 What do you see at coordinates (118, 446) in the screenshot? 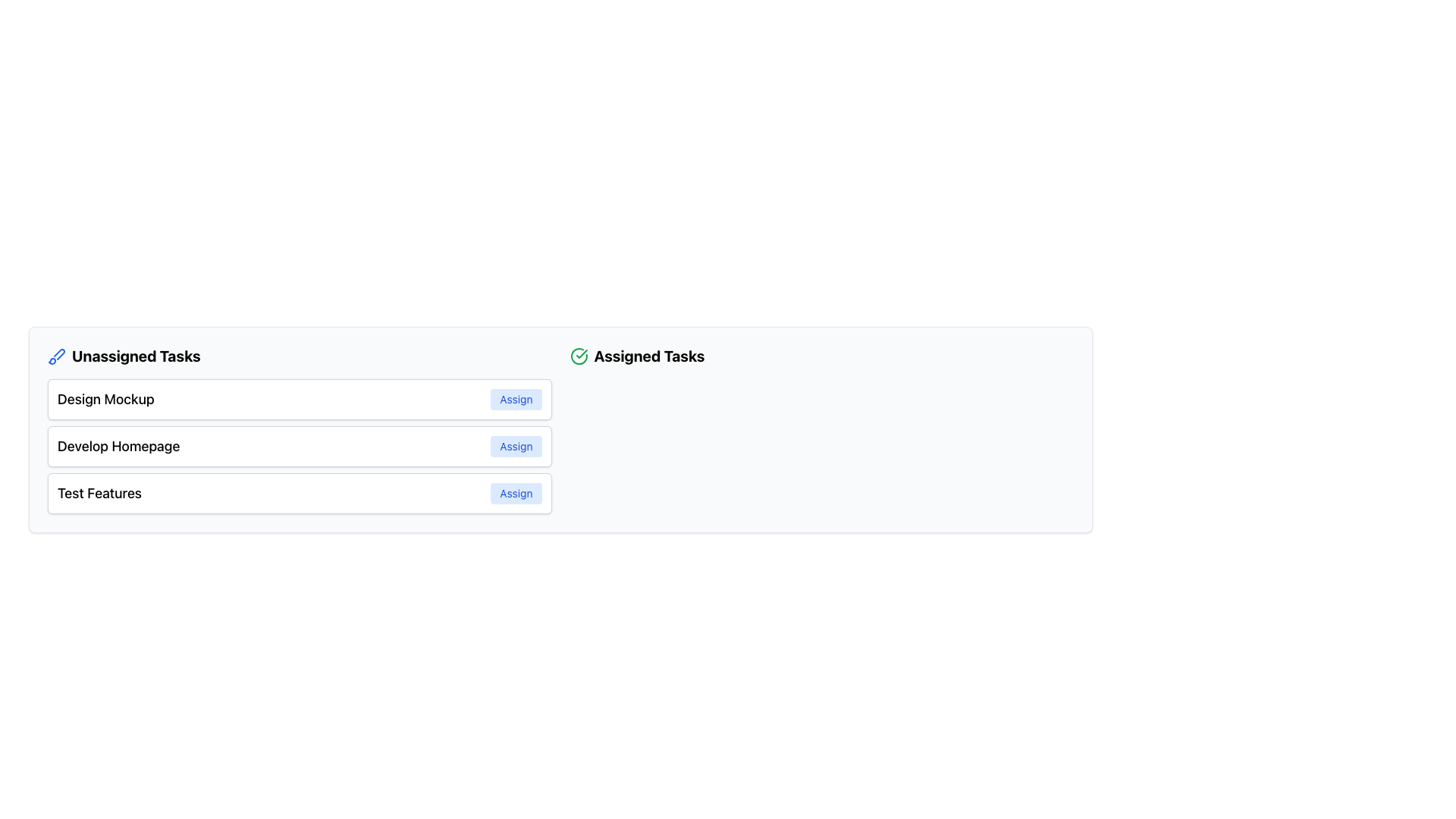
I see `the text label that serves as the title or description of a task within the 'Unassigned Tasks' section, located in the second card of the vertical stack` at bounding box center [118, 446].